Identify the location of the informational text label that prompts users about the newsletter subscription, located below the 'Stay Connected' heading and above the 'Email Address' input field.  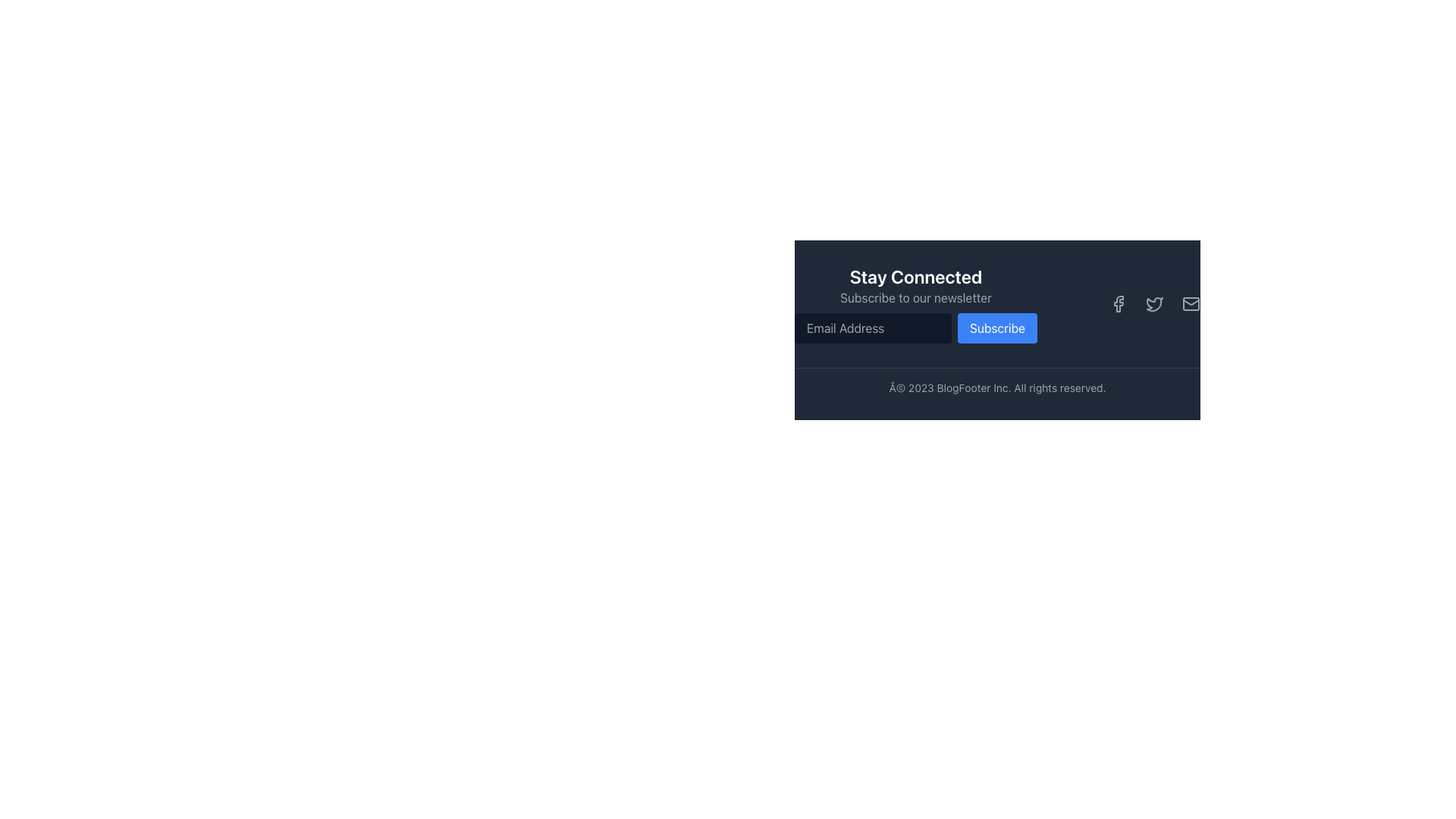
(915, 298).